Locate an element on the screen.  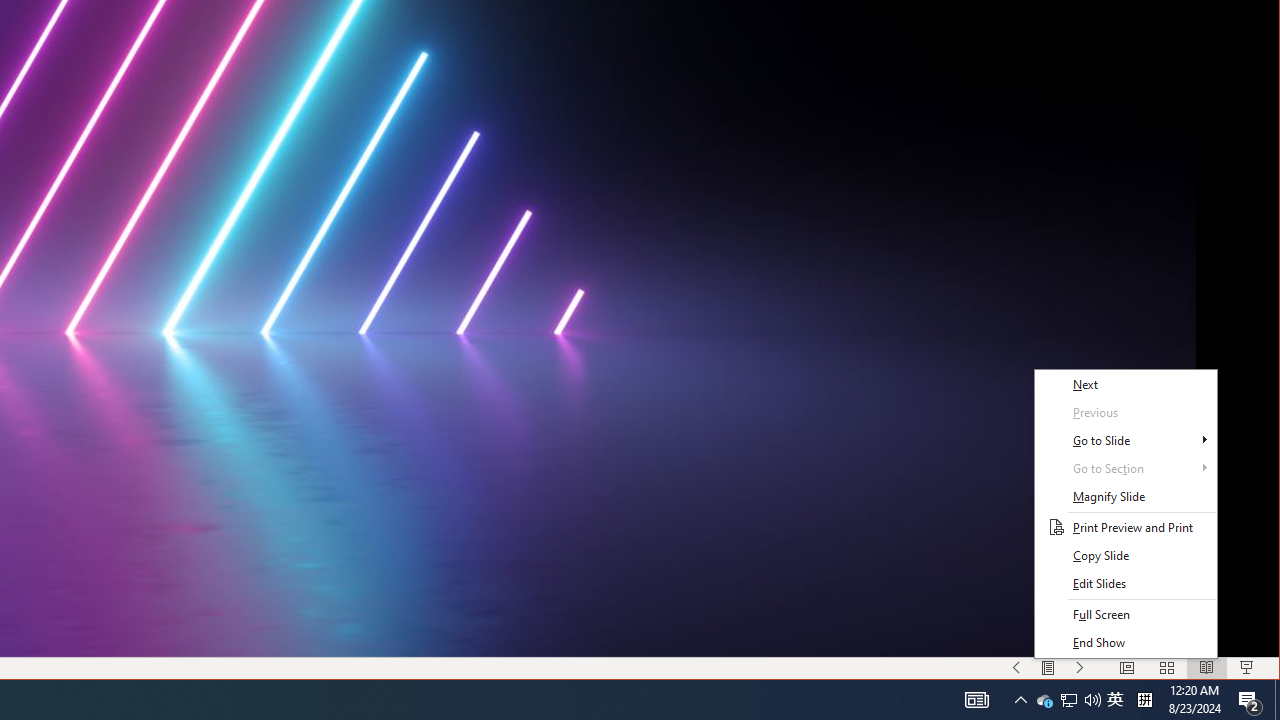
'Context Menu' is located at coordinates (1126, 512).